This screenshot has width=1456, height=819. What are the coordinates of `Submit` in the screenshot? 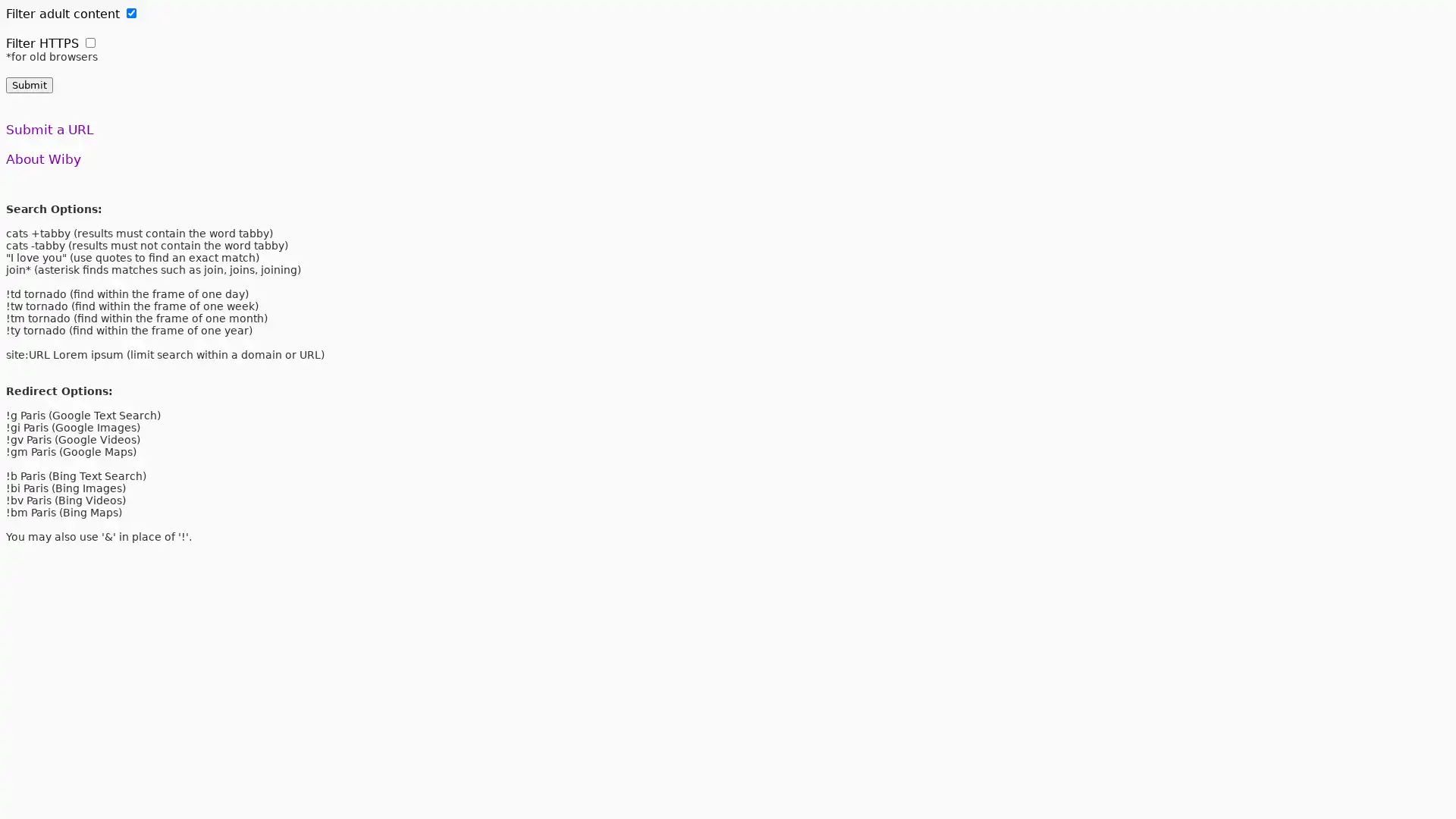 It's located at (29, 85).